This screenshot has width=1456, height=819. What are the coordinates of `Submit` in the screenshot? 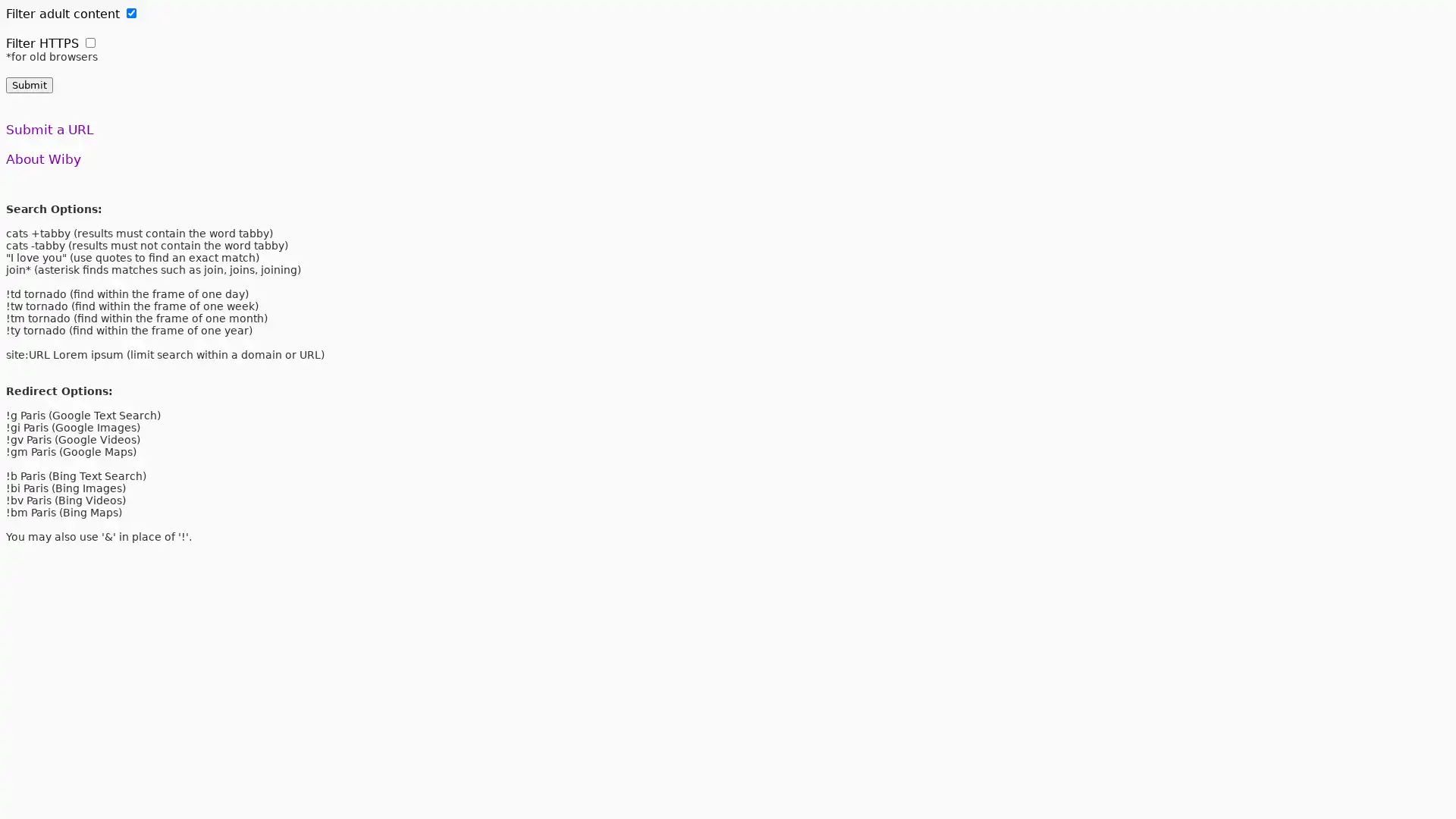 It's located at (29, 85).